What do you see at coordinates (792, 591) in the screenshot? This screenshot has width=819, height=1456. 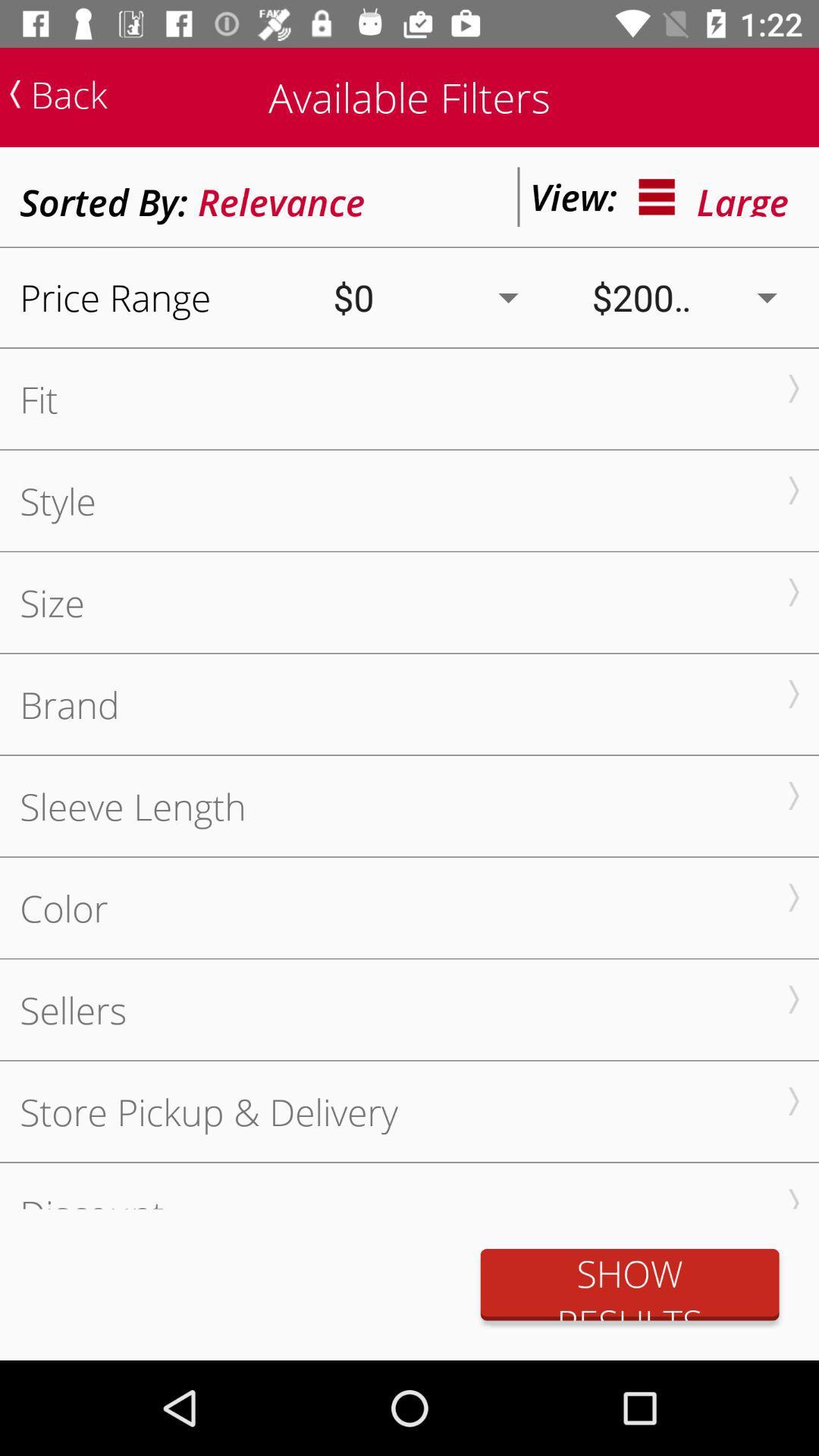 I see `the button on the right next to the button size on the web page` at bounding box center [792, 591].